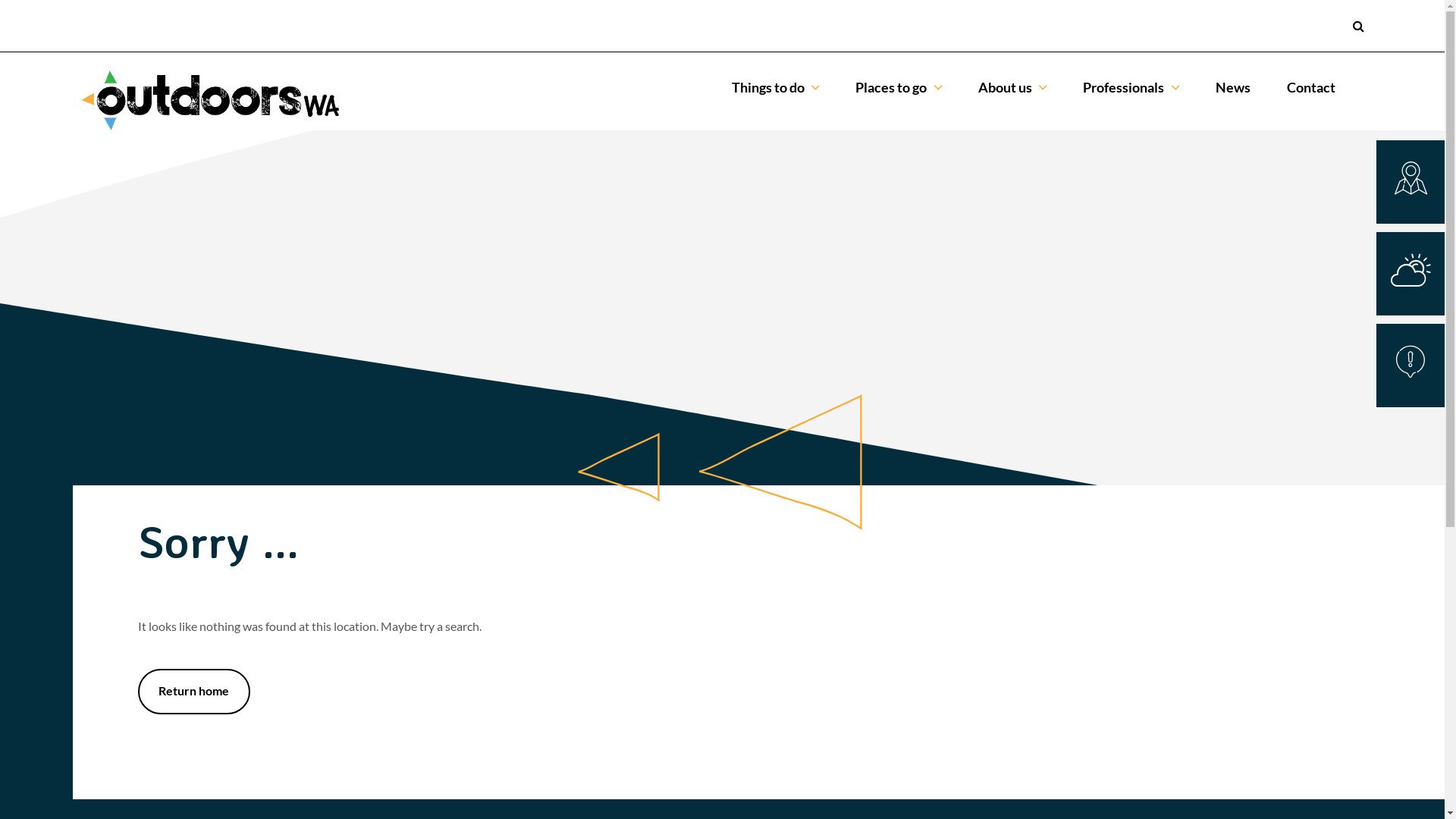 The image size is (1456, 819). Describe the element at coordinates (1131, 87) in the screenshot. I see `'Professionals'` at that location.